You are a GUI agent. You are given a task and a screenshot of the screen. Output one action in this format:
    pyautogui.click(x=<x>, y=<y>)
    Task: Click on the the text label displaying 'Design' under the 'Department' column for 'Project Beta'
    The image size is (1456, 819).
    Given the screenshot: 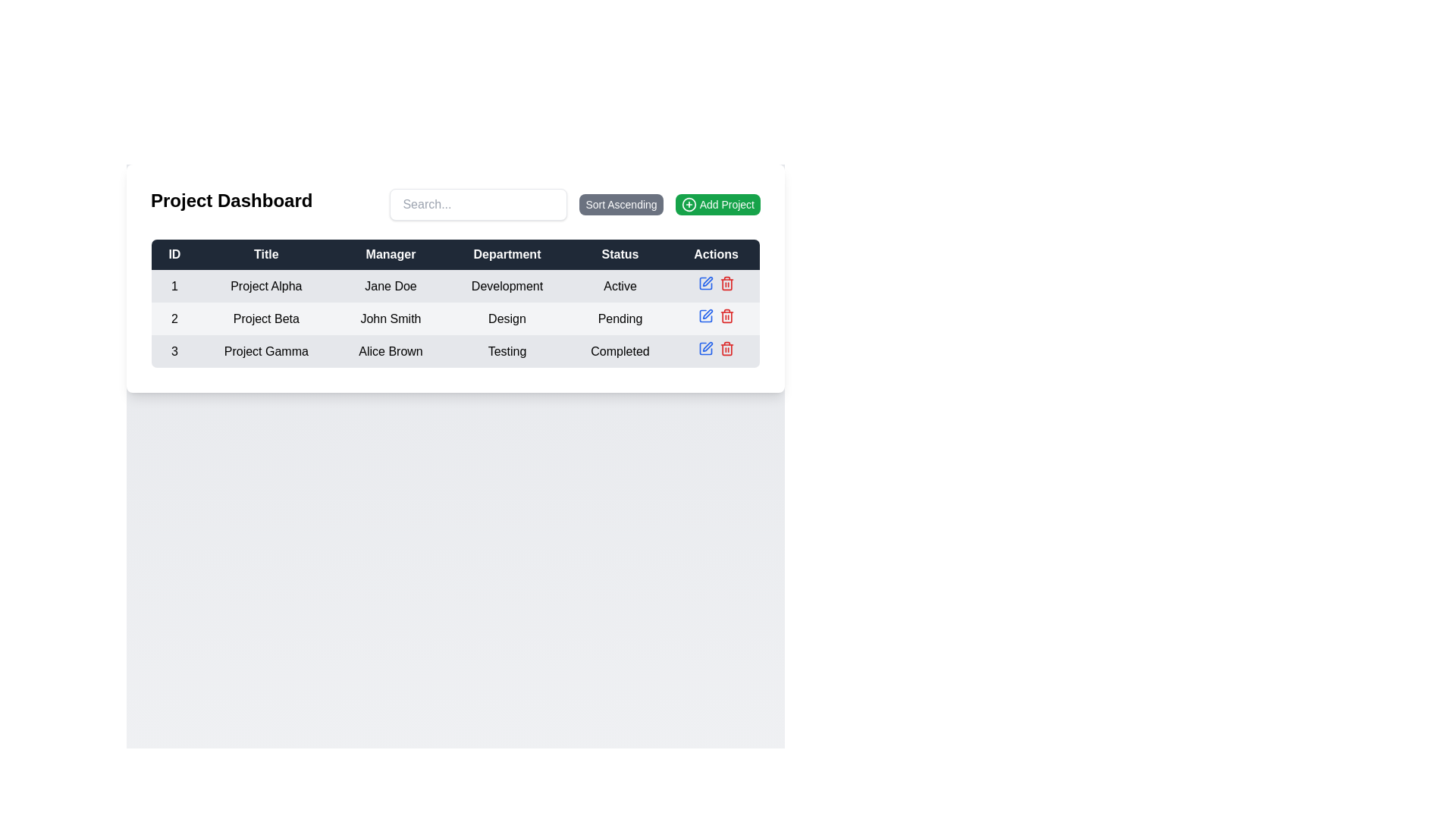 What is the action you would take?
    pyautogui.click(x=507, y=318)
    